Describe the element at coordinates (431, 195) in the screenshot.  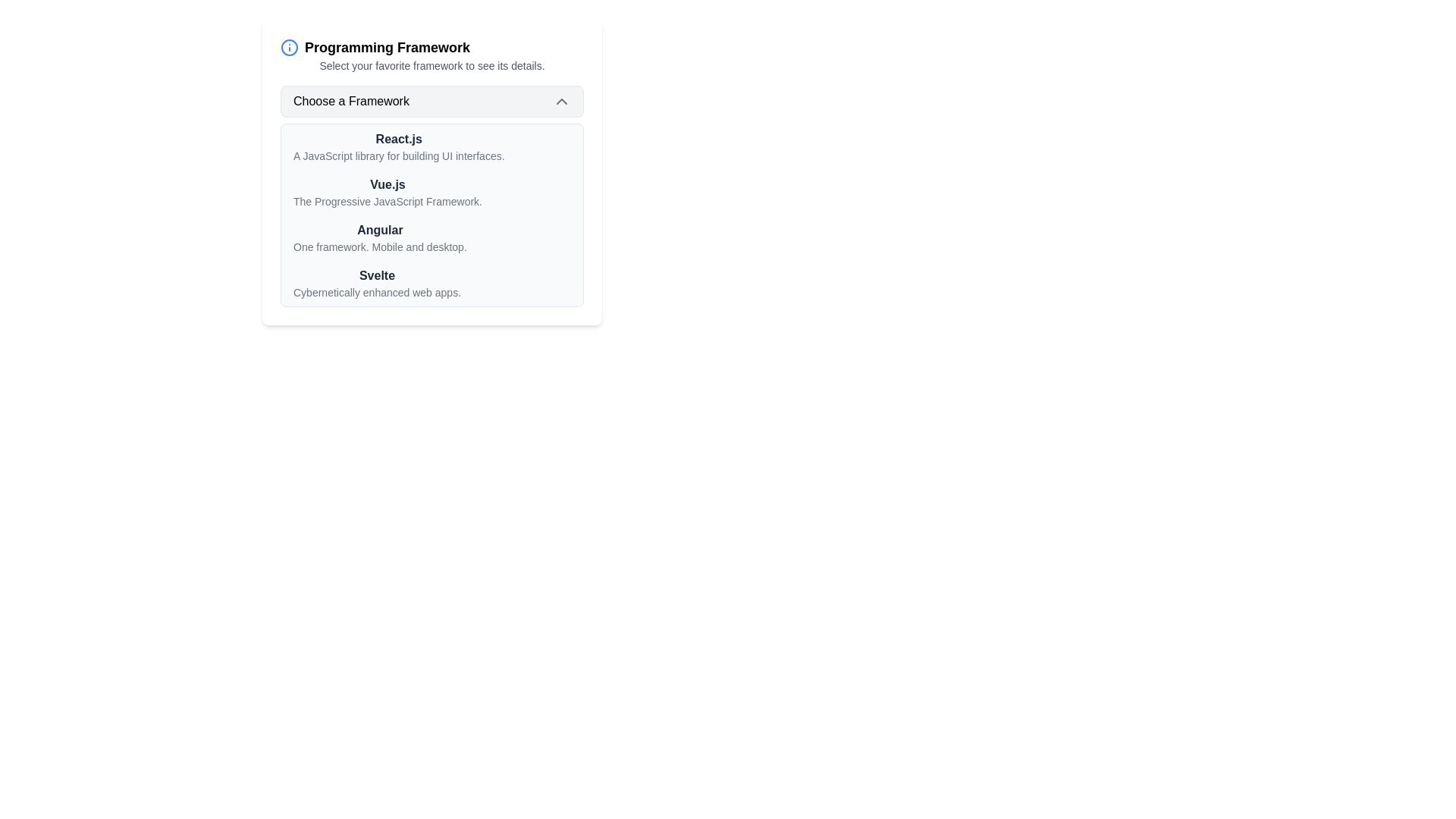
I see `the 'Choose a Framework' dropdown menu` at that location.